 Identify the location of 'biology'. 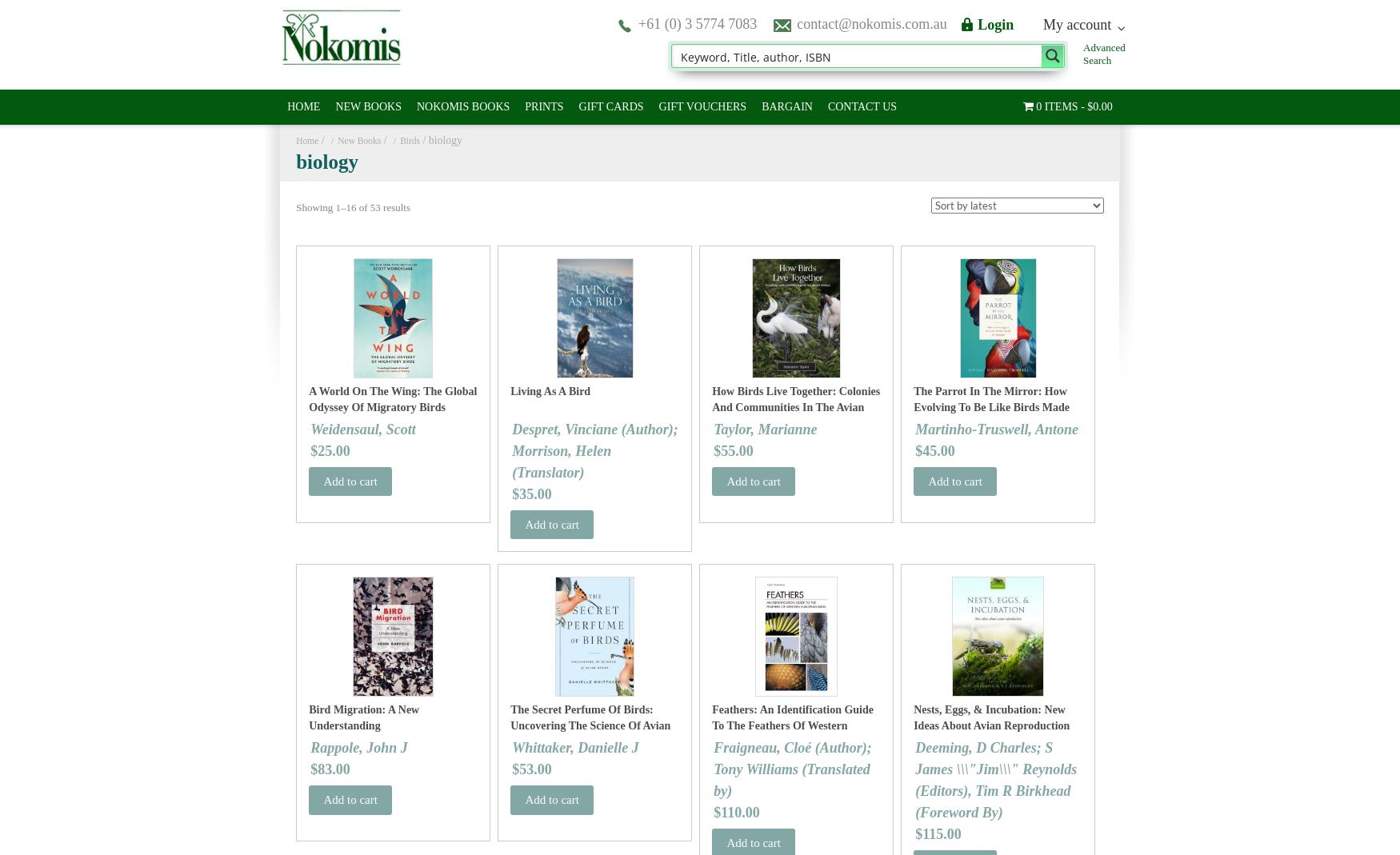
(326, 162).